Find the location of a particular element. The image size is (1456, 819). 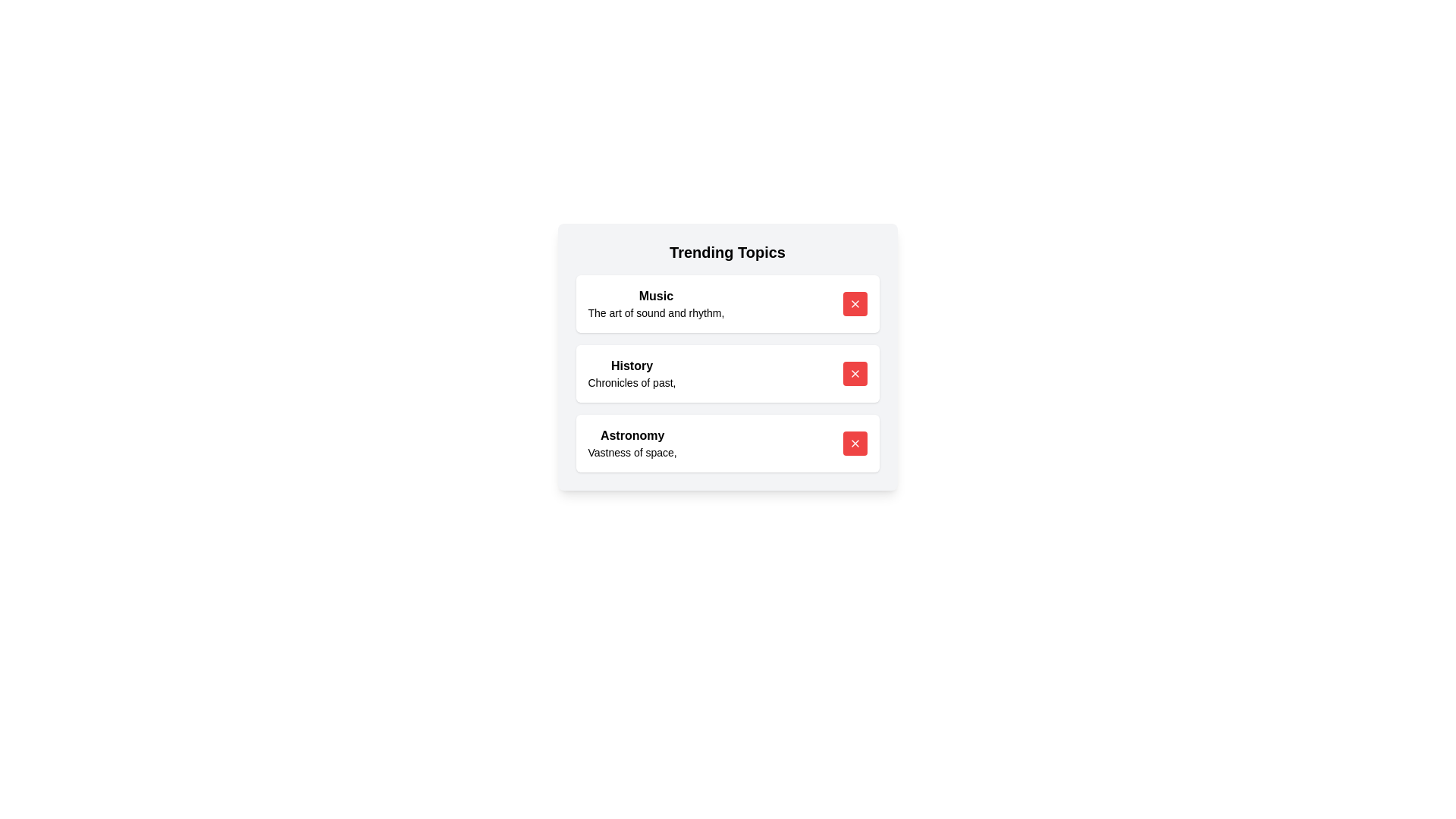

remove button next to the topic Music to delete it is located at coordinates (855, 304).